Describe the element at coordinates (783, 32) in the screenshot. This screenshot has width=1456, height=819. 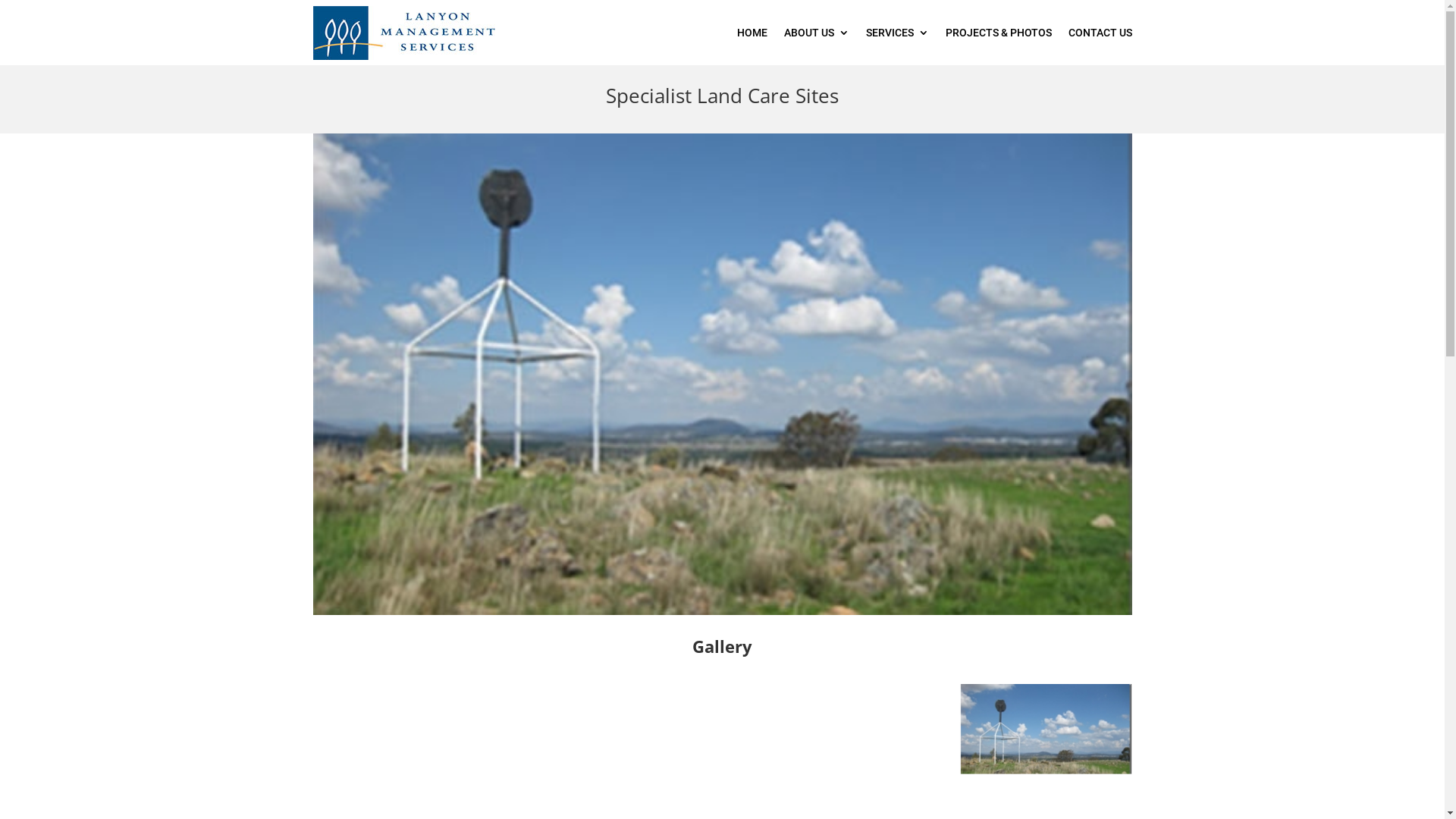
I see `'ABOUT US'` at that location.